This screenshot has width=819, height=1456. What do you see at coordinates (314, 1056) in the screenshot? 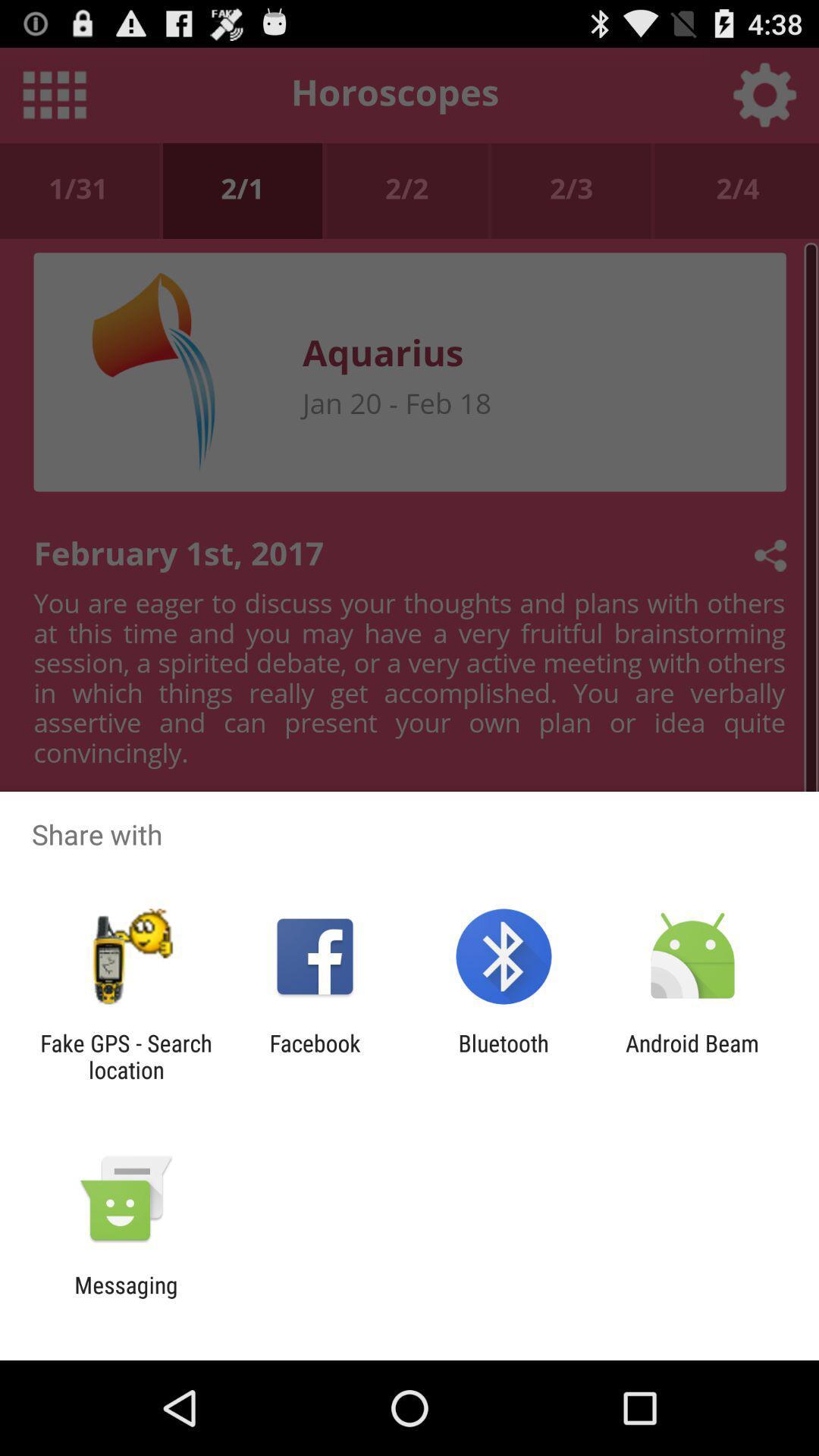
I see `facebook icon` at bounding box center [314, 1056].